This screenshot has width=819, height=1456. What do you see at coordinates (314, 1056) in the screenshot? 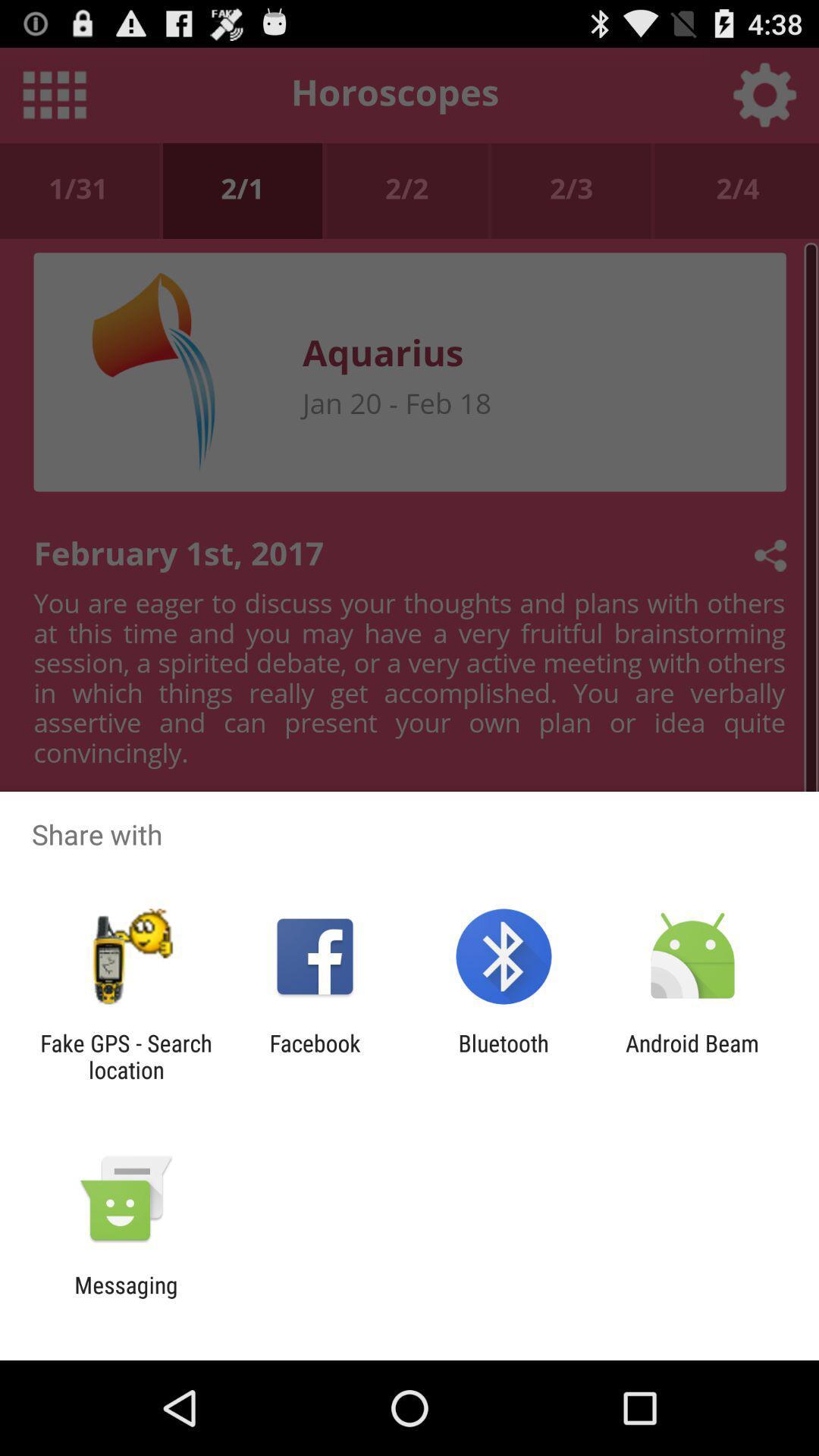
I see `facebook icon` at bounding box center [314, 1056].